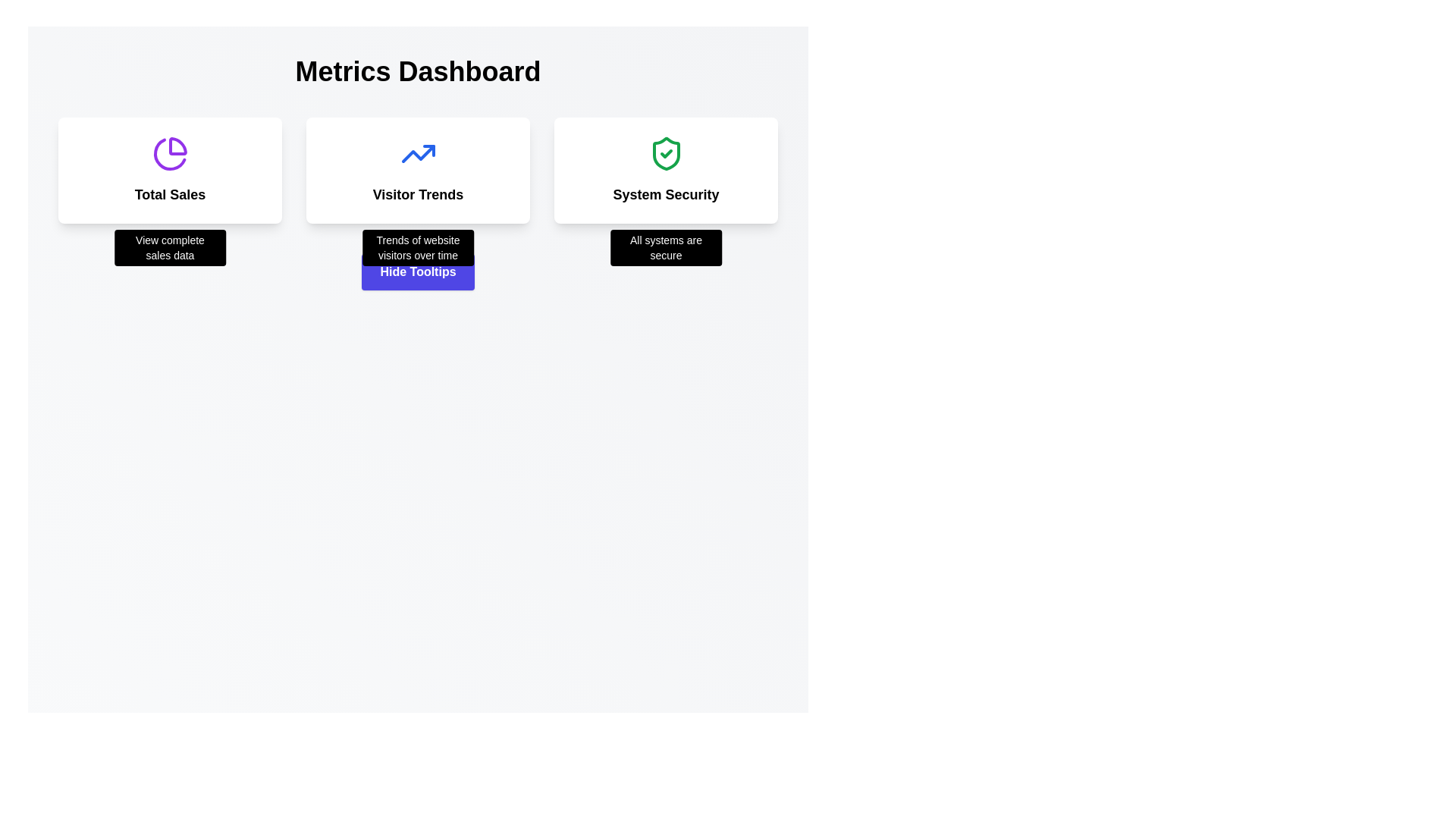 This screenshot has height=819, width=1456. Describe the element at coordinates (428, 151) in the screenshot. I see `the upward trending tip of the chart icon, which is the second graphical component inside the second card of the 'Visitor Trends' section in the dashboard` at that location.